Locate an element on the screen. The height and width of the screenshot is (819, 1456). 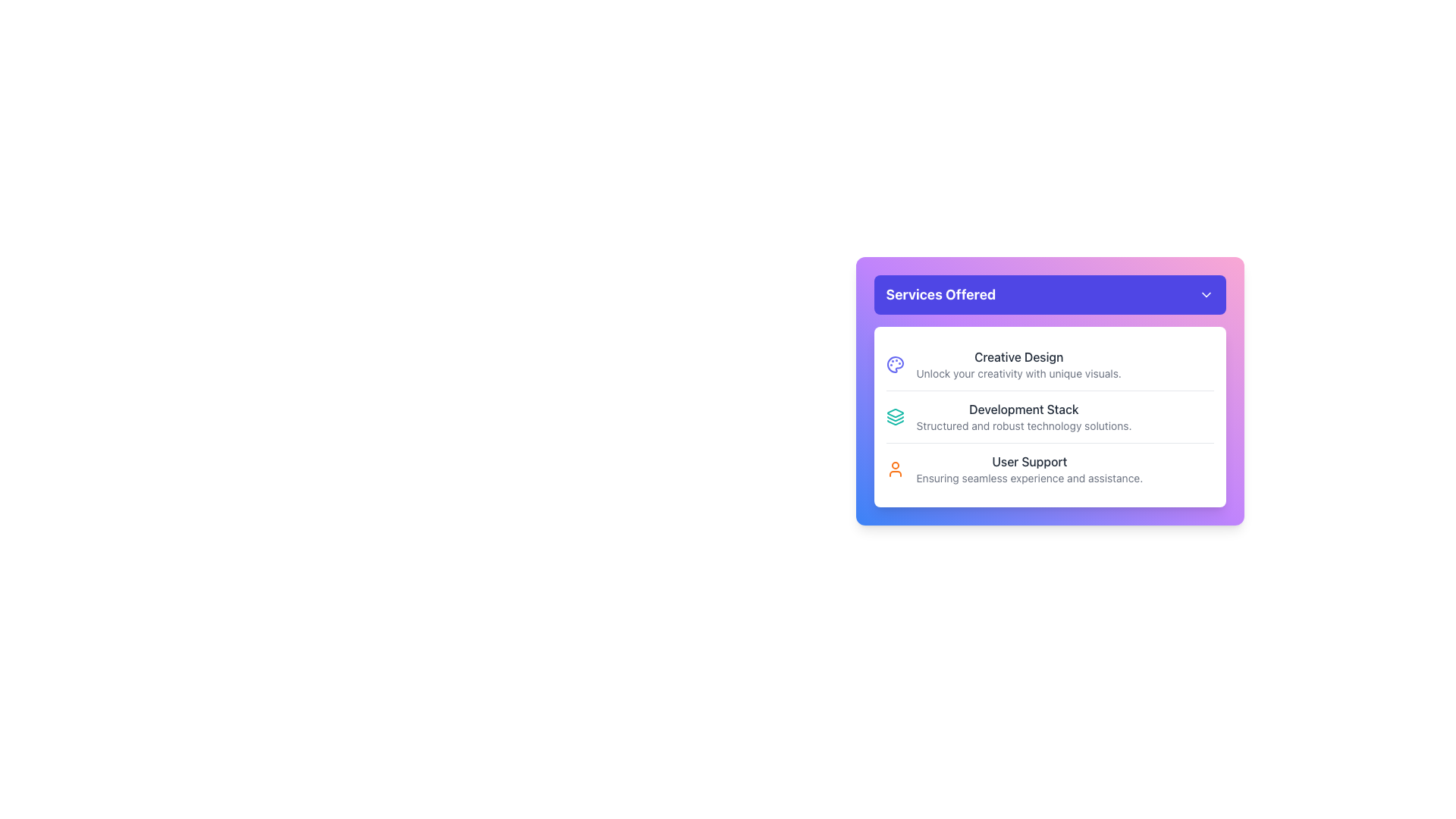
text label displaying 'Structured and robust technology solutions.' located beneath the 'Development Stack' heading within the card interface is located at coordinates (1024, 426).